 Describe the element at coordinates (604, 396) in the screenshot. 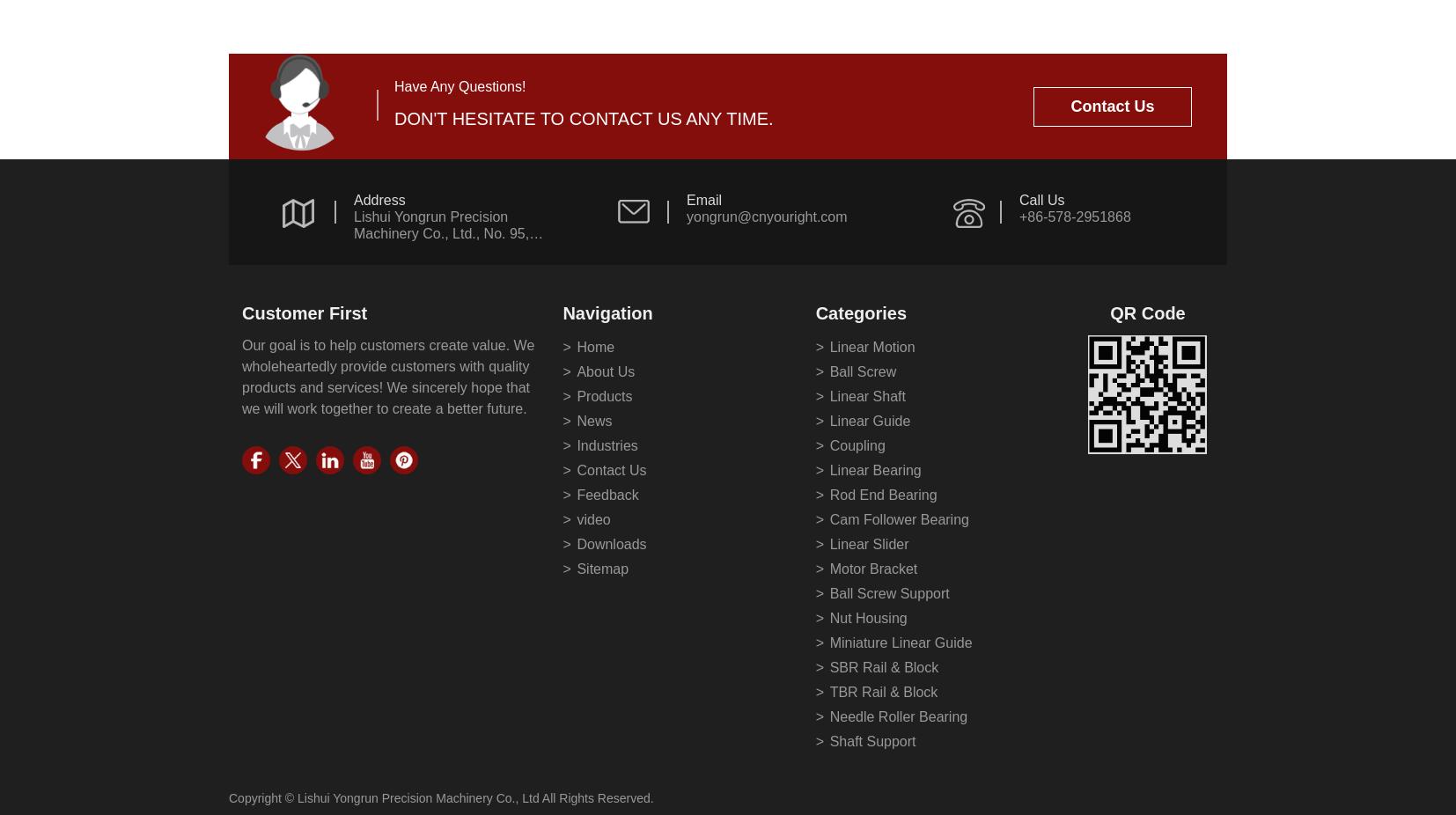

I see `'Products'` at that location.